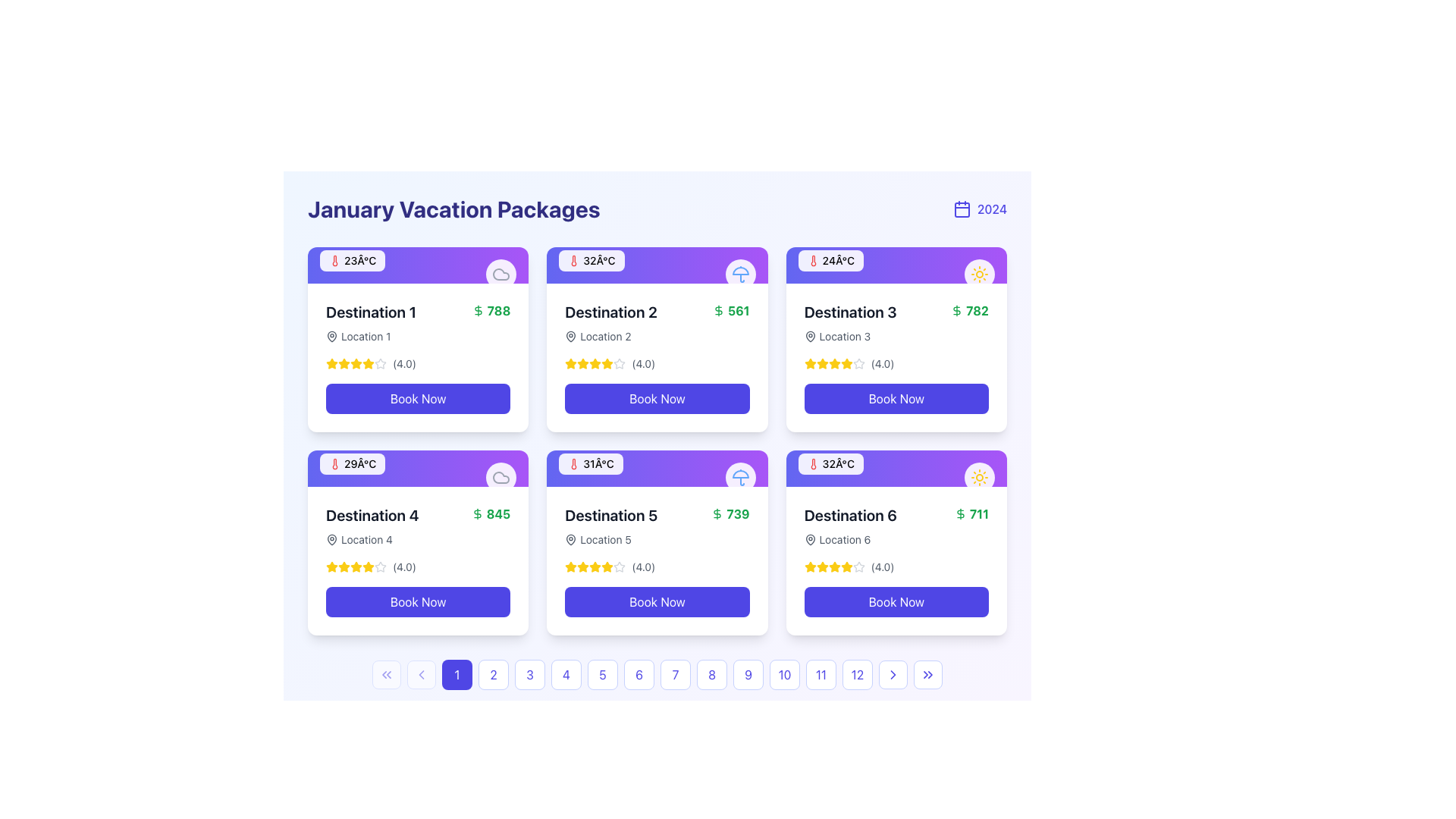  Describe the element at coordinates (598, 463) in the screenshot. I see `temperature value displayed in the text label showing '31°C' located in the bottom-left corner of the fifth vacation package card` at that location.